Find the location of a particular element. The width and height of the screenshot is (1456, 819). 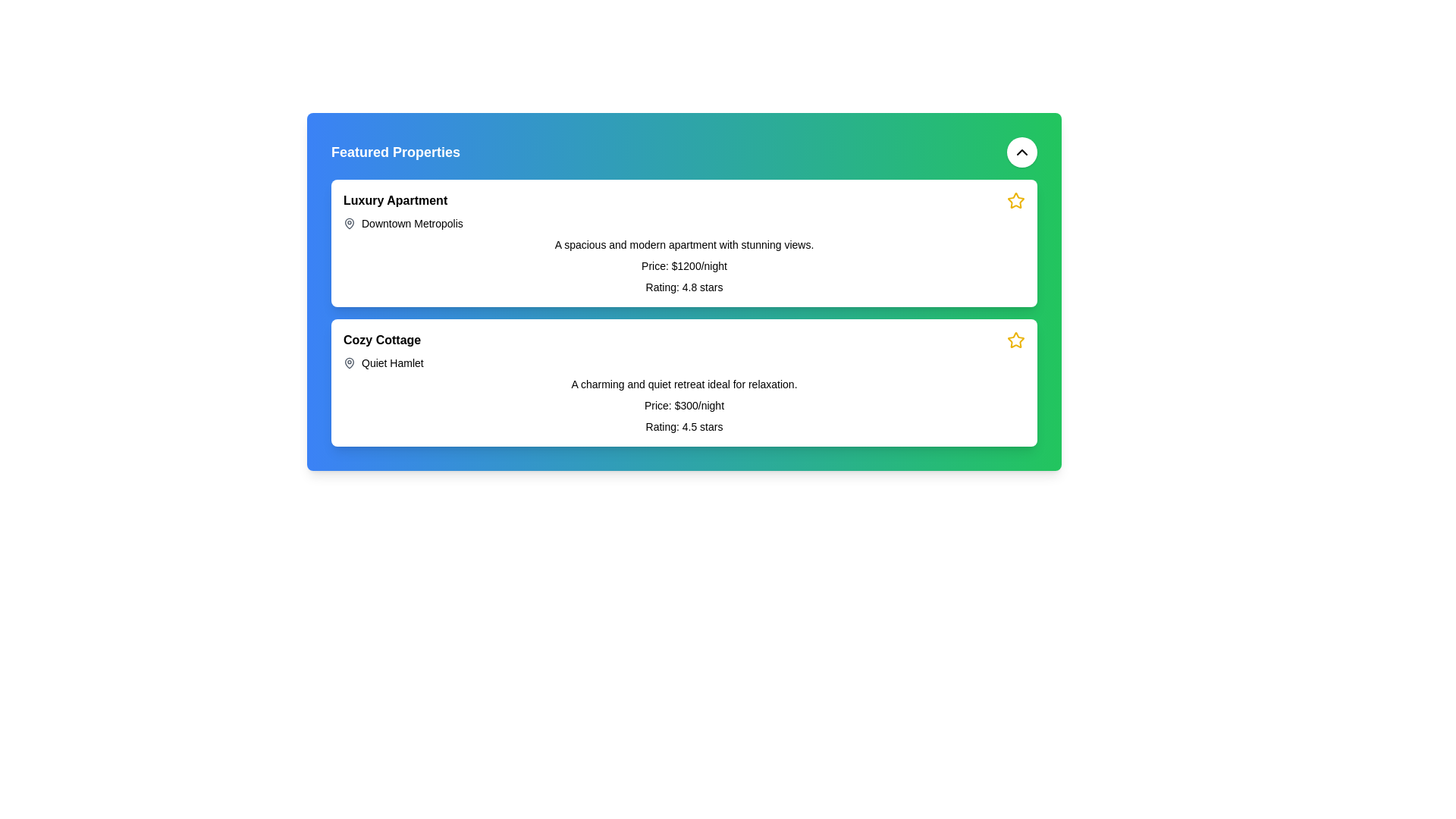

the circular button with a white background and upward-facing arrow icon is located at coordinates (1022, 152).